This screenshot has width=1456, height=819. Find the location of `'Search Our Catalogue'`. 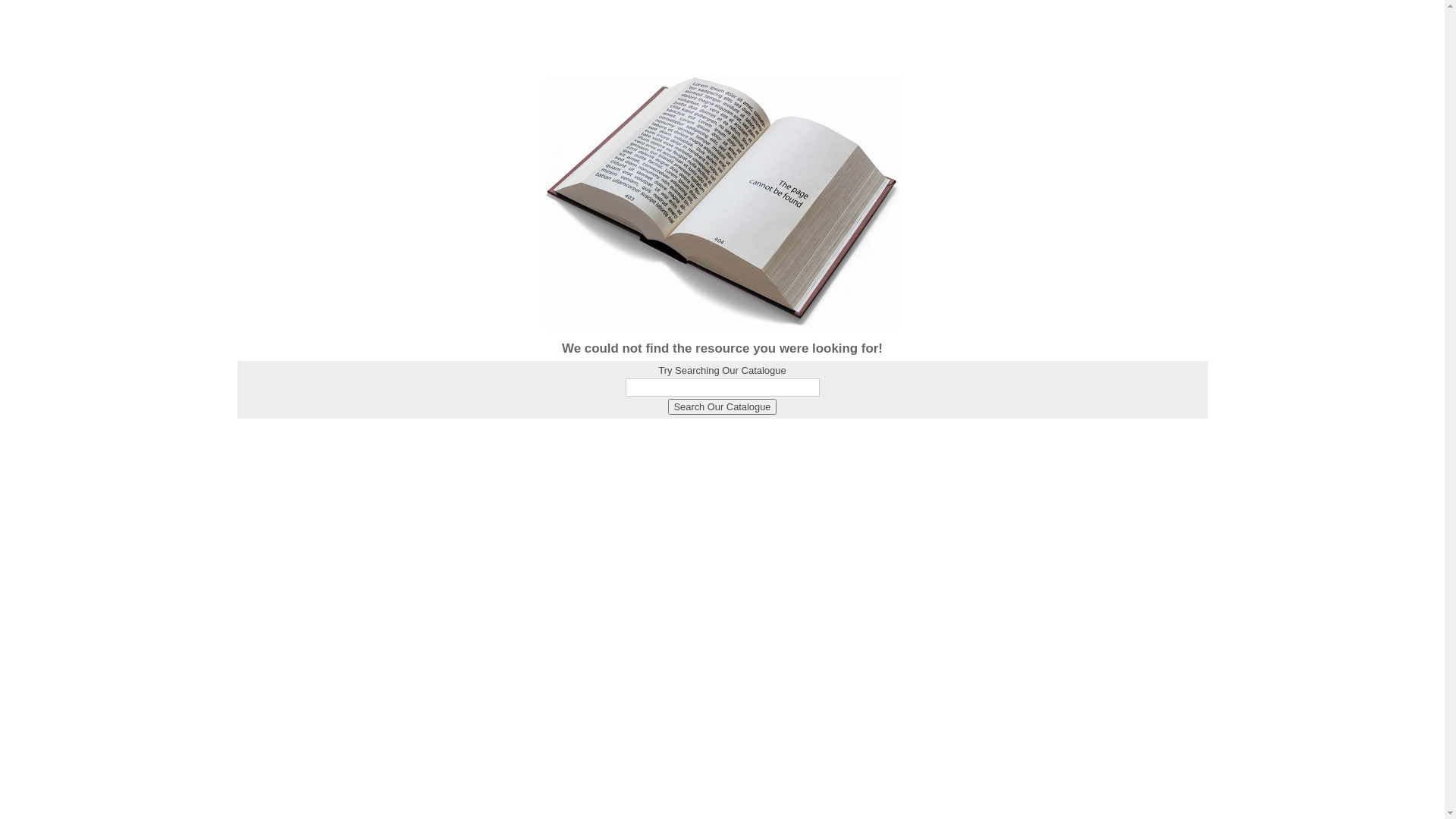

'Search Our Catalogue' is located at coordinates (667, 406).